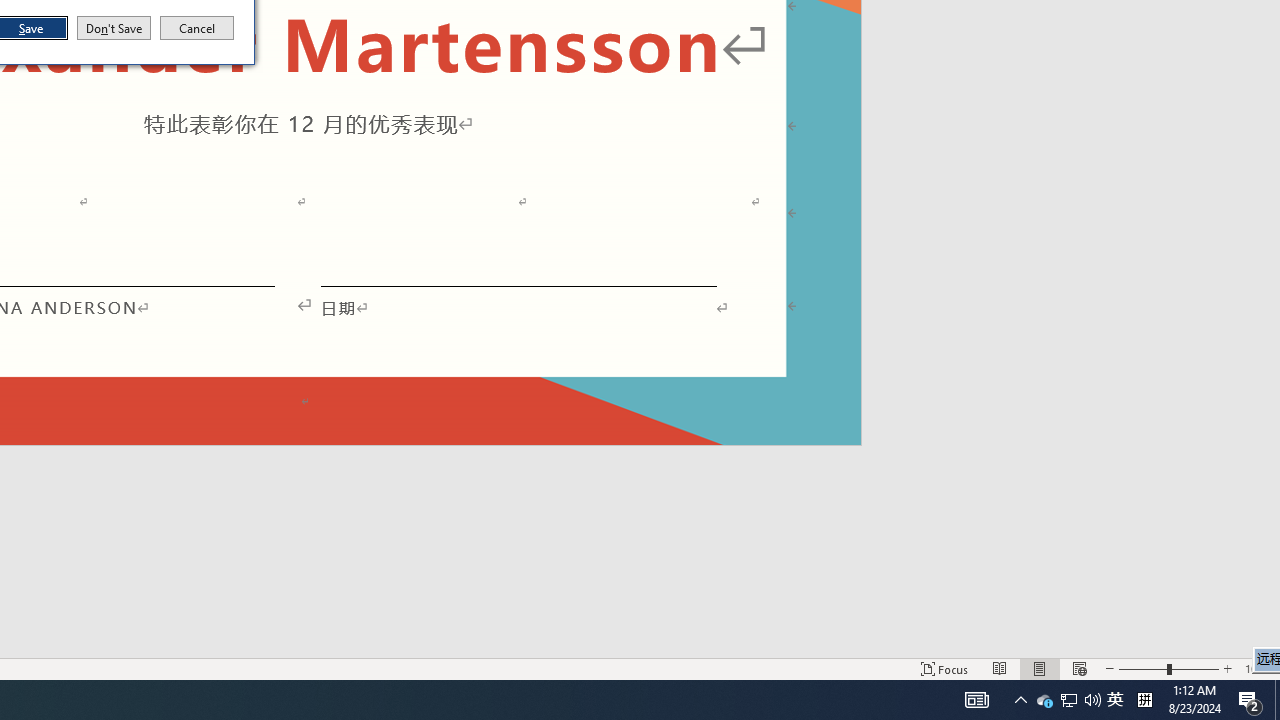 This screenshot has height=720, width=1280. I want to click on 'Notification Chevron', so click(1020, 698).